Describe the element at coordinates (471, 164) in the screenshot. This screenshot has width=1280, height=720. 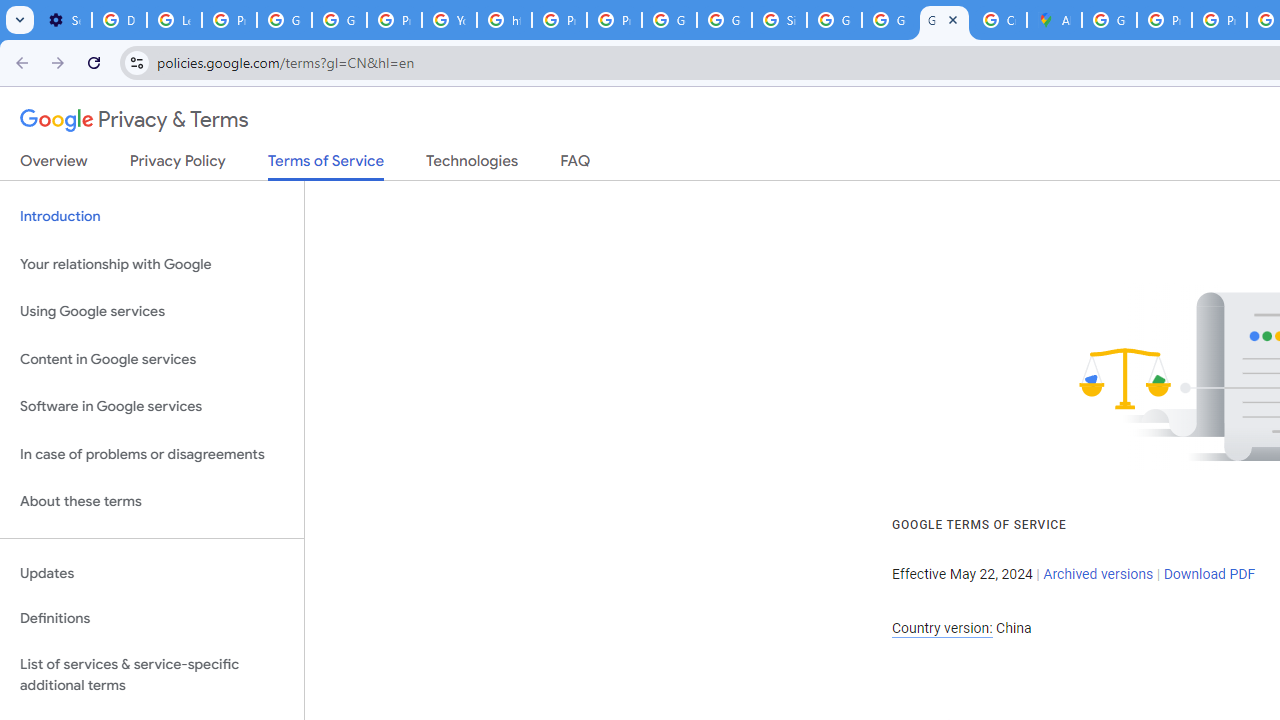
I see `'Technologies'` at that location.